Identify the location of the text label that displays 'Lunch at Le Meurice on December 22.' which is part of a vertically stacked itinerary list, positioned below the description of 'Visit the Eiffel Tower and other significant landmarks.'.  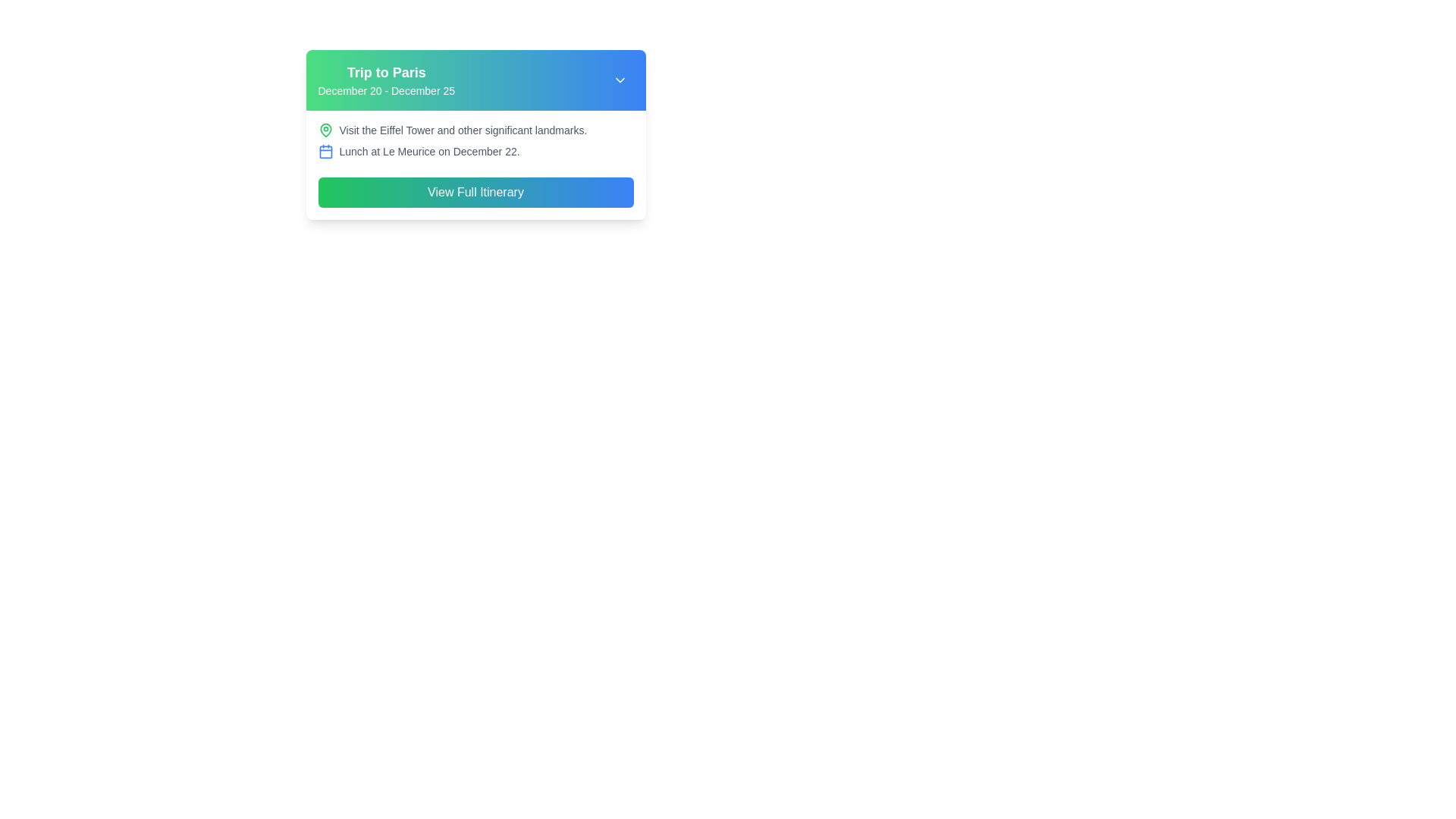
(475, 152).